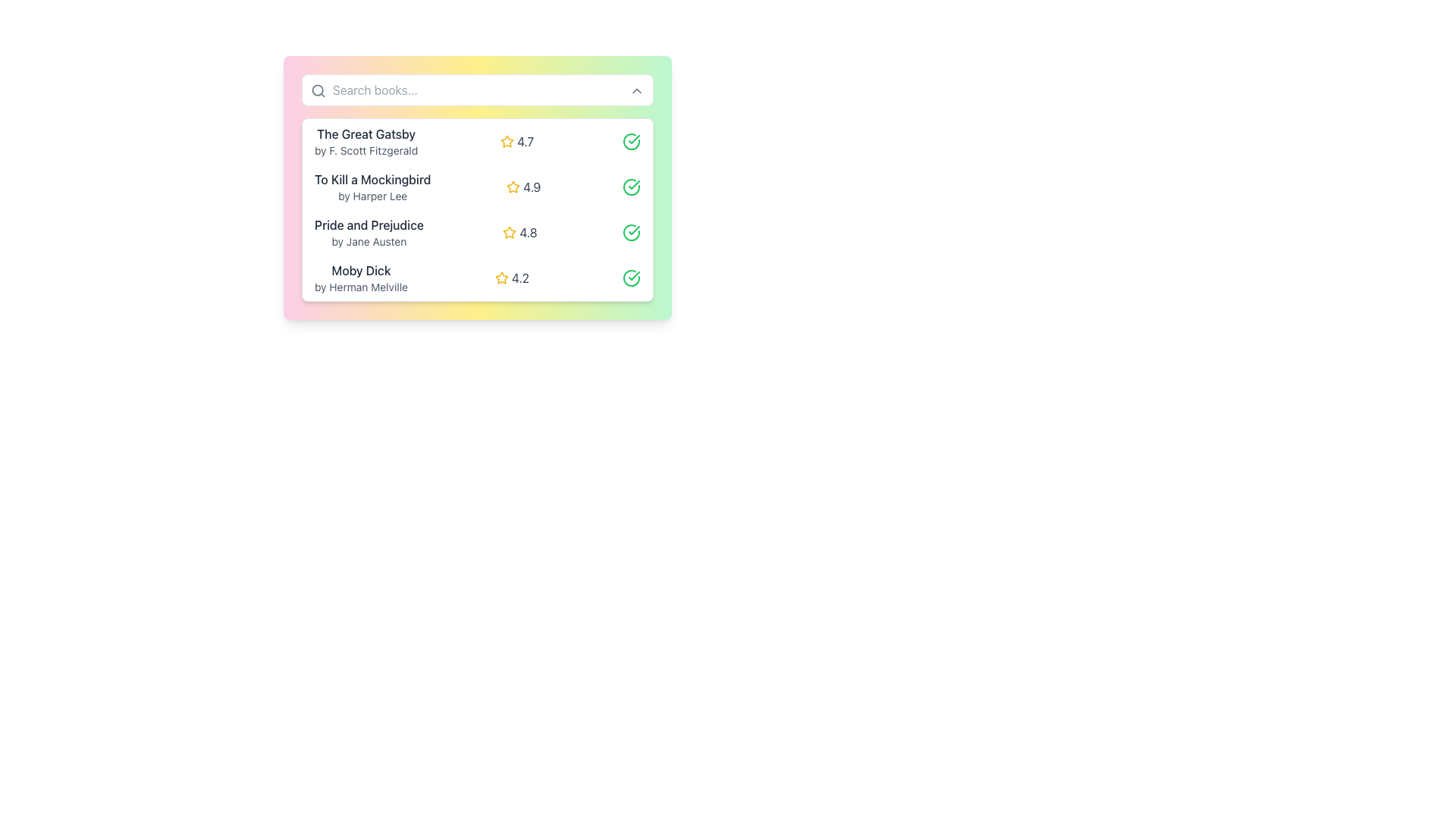 Image resolution: width=1456 pixels, height=819 pixels. What do you see at coordinates (507, 140) in the screenshot?
I see `the golden-yellow star-shaped icon which indicates a rating or favorite functionality, located directly to the left of the rating score '4.7'` at bounding box center [507, 140].